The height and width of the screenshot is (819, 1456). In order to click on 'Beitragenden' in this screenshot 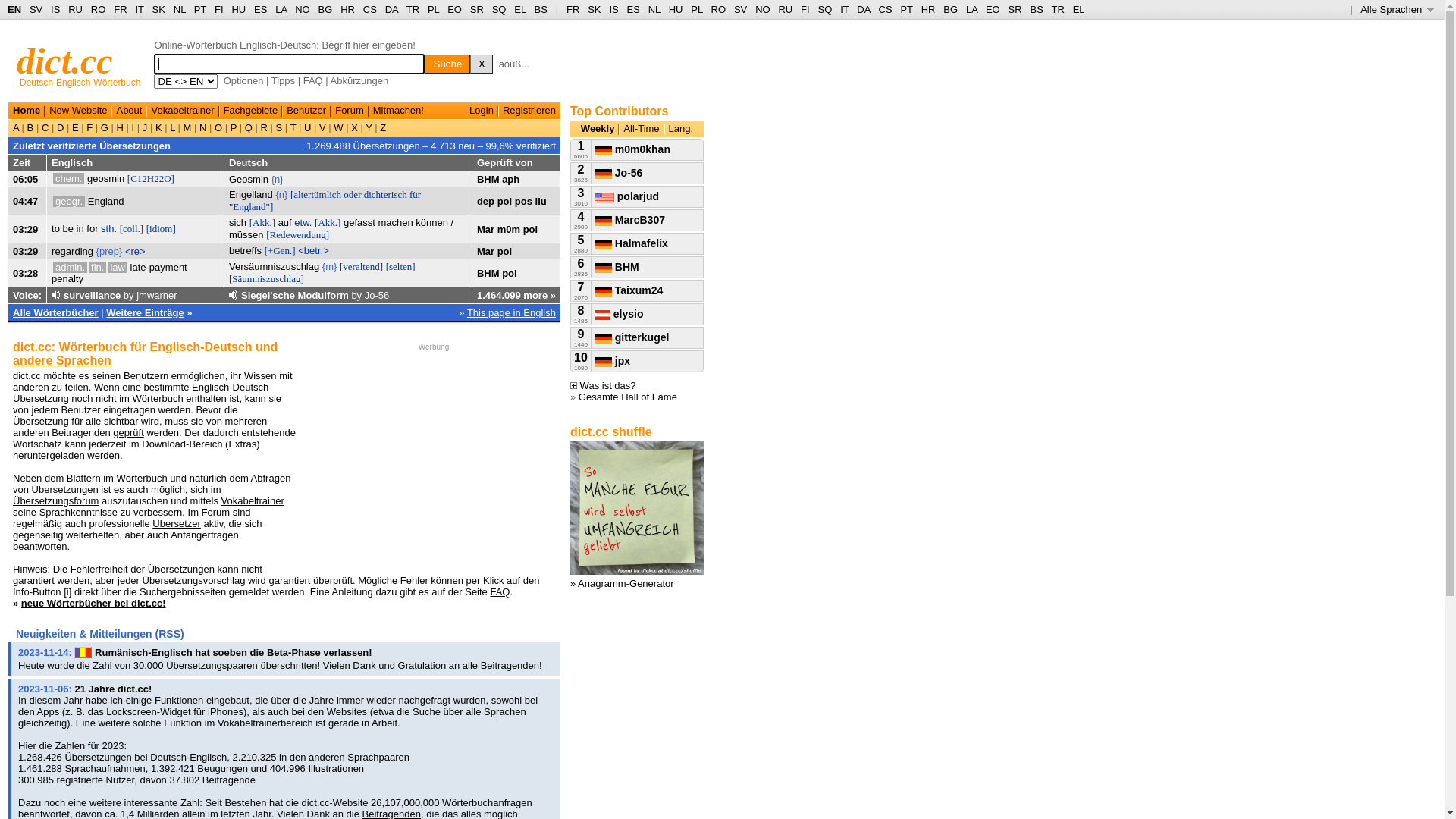, I will do `click(510, 664)`.